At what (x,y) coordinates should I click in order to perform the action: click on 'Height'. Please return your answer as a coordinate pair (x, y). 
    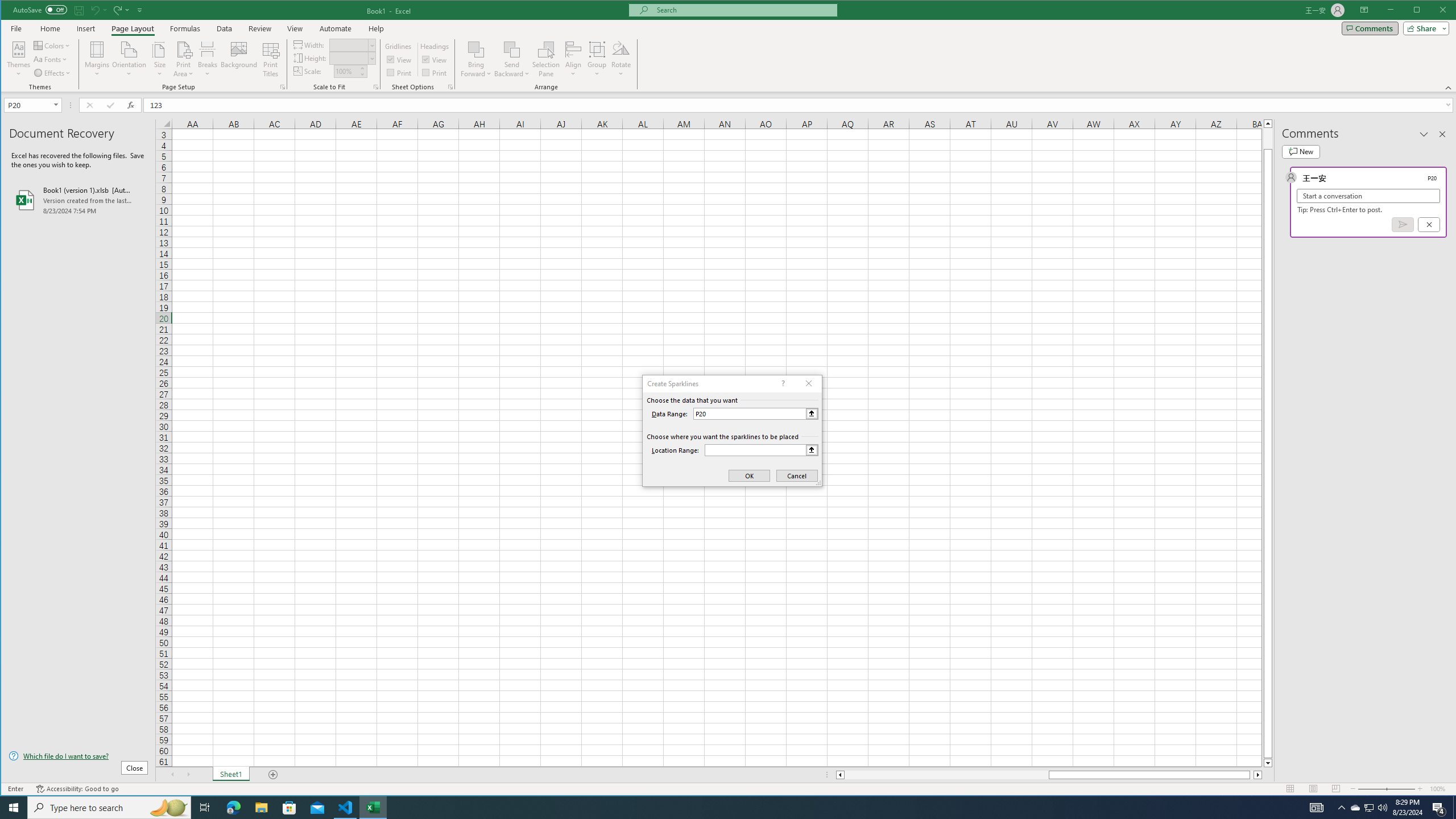
    Looking at the image, I should click on (352, 58).